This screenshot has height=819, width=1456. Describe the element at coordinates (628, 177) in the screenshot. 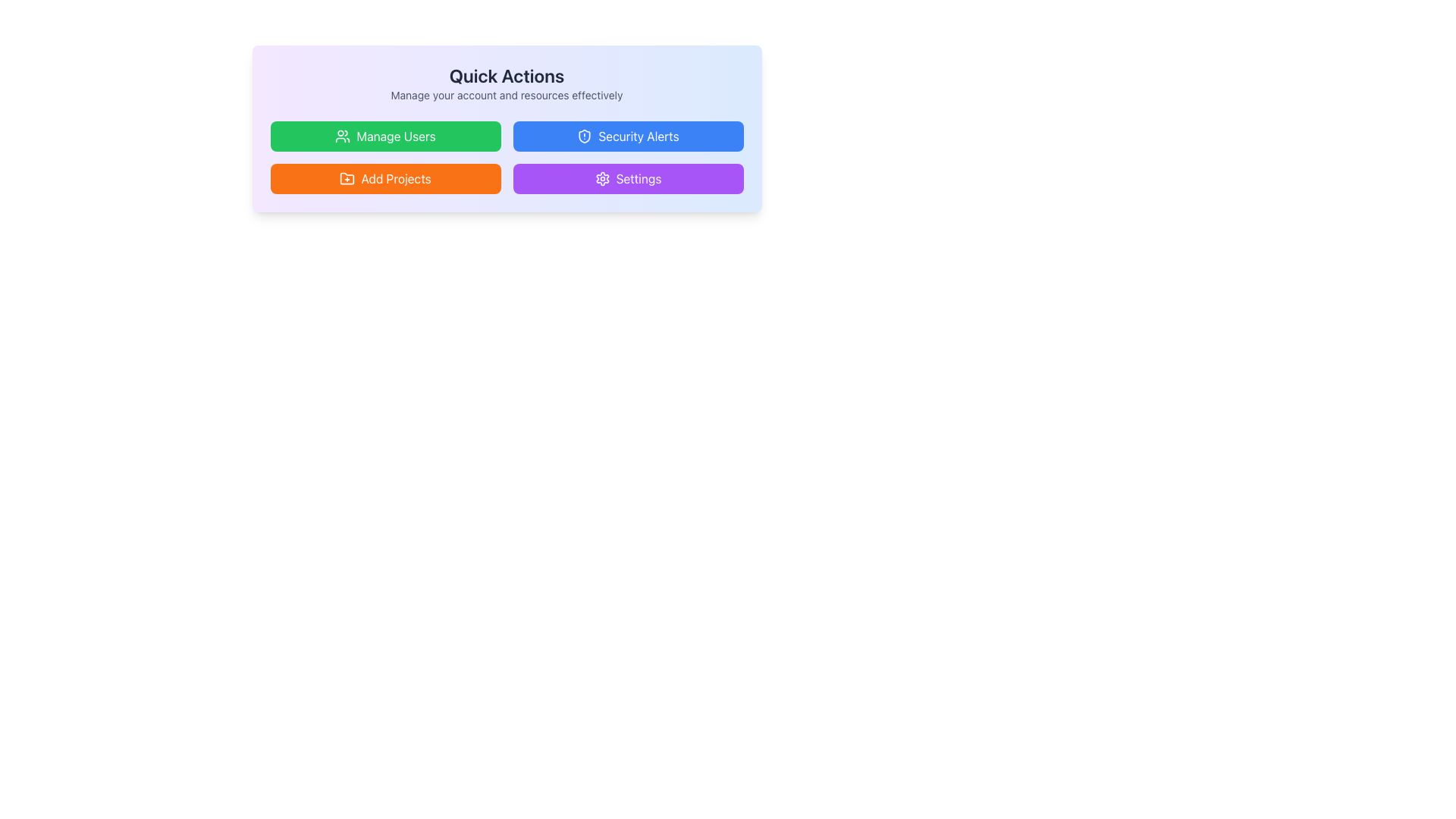

I see `the 'Settings' button, which is a rectangular button with a purple background and a gear icon on the left, positioned in the bottom-right corner of a four-button grid layout` at that location.